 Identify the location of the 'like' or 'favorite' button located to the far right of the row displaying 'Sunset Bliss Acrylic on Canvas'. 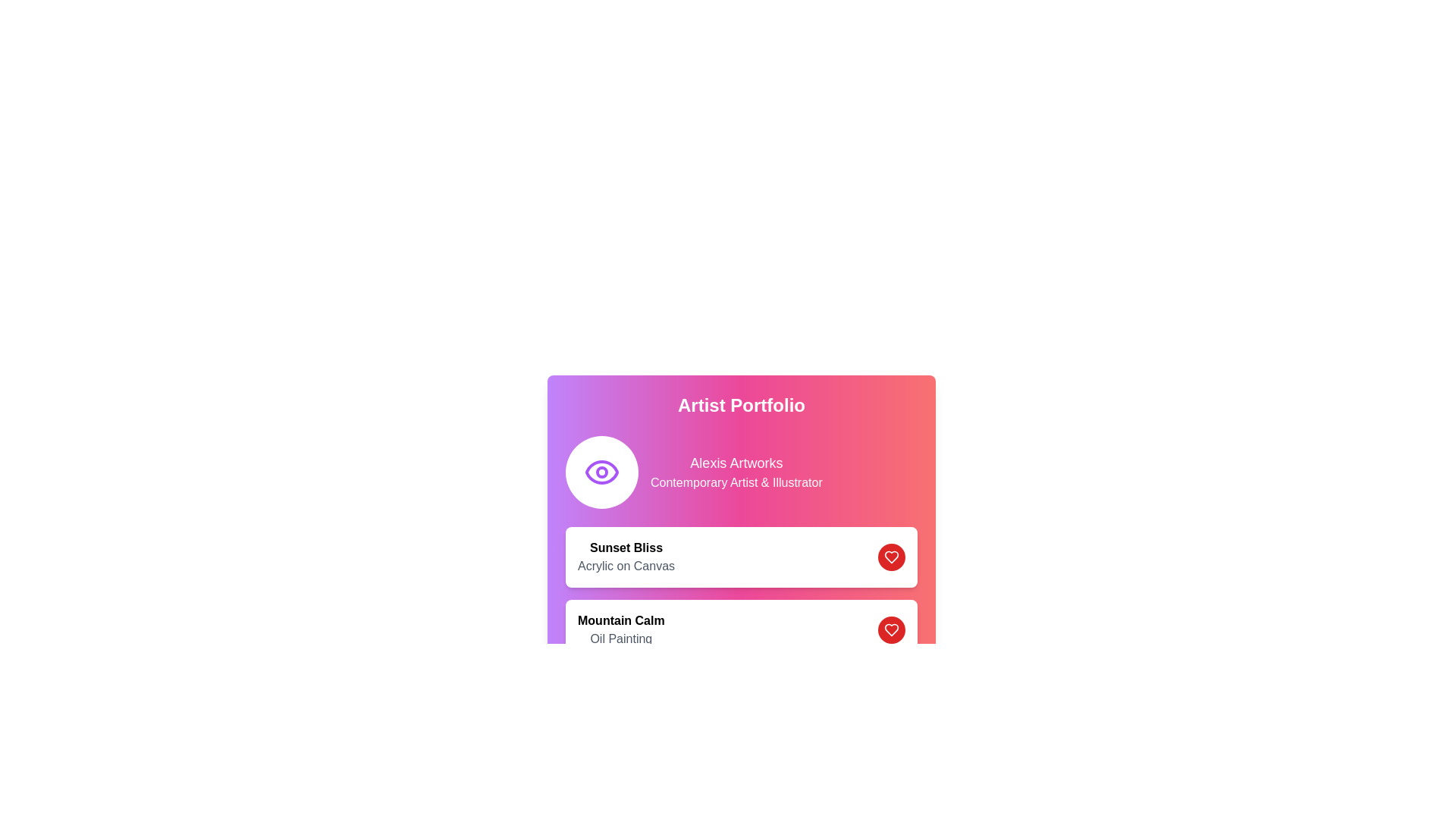
(892, 557).